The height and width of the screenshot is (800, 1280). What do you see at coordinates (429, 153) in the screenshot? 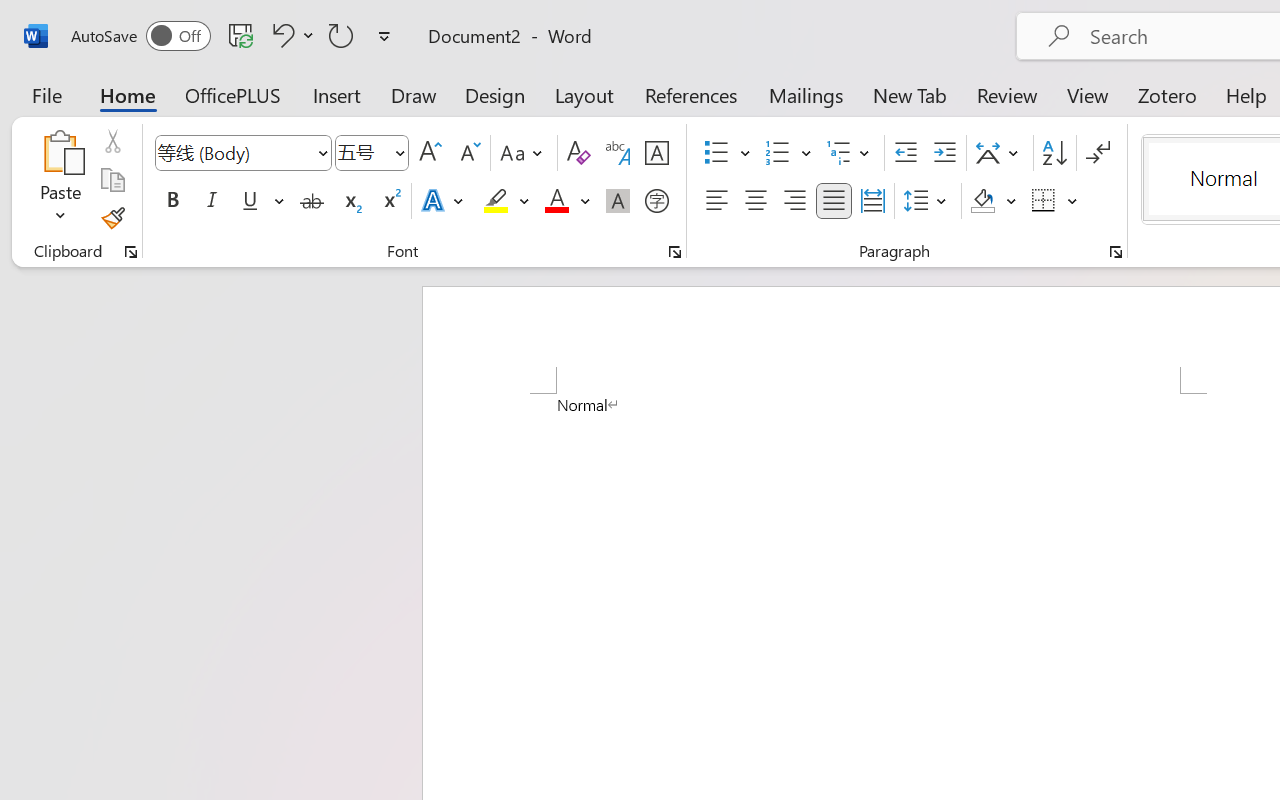
I see `'Grow Font'` at bounding box center [429, 153].